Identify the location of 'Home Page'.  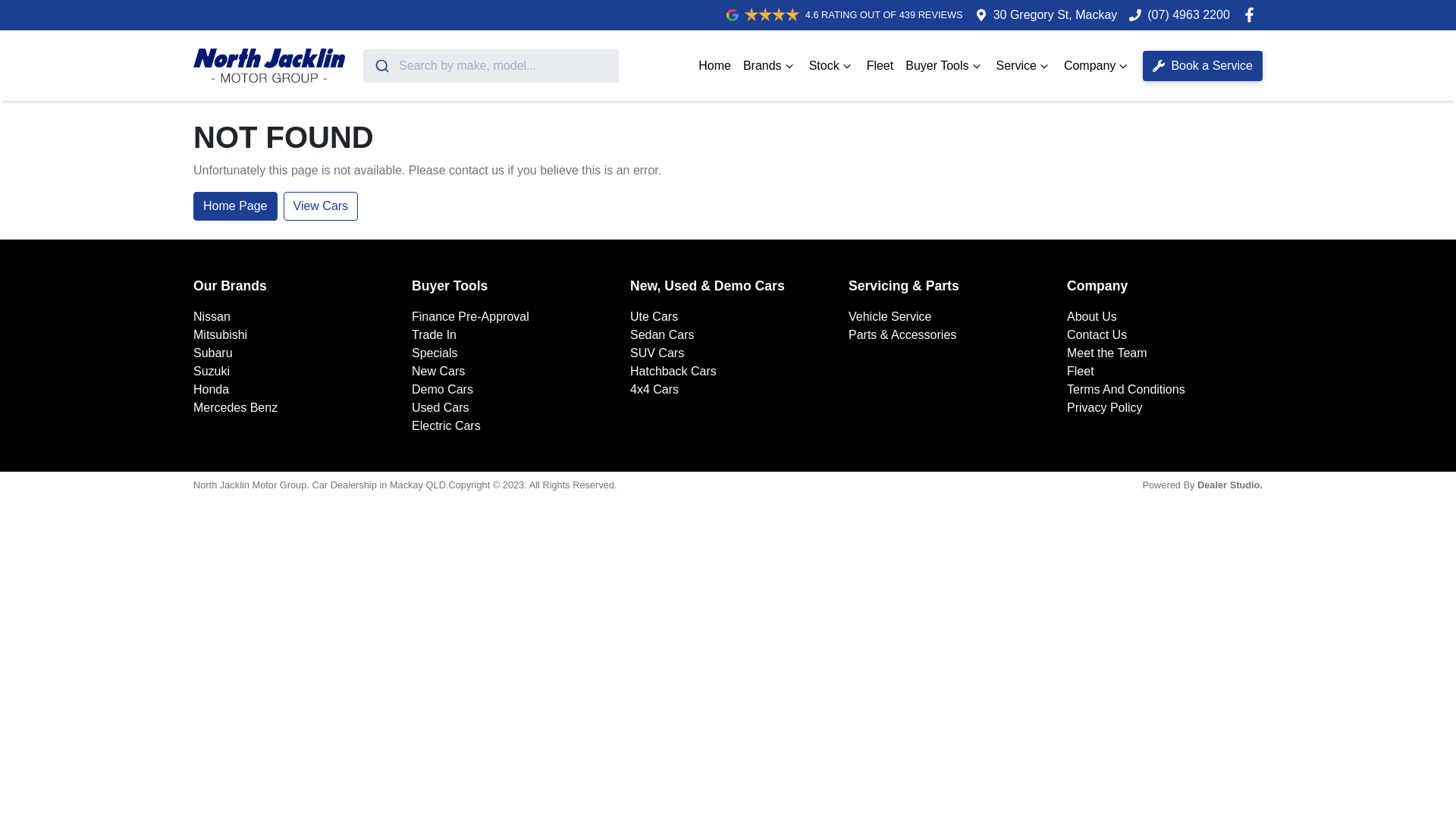
(234, 206).